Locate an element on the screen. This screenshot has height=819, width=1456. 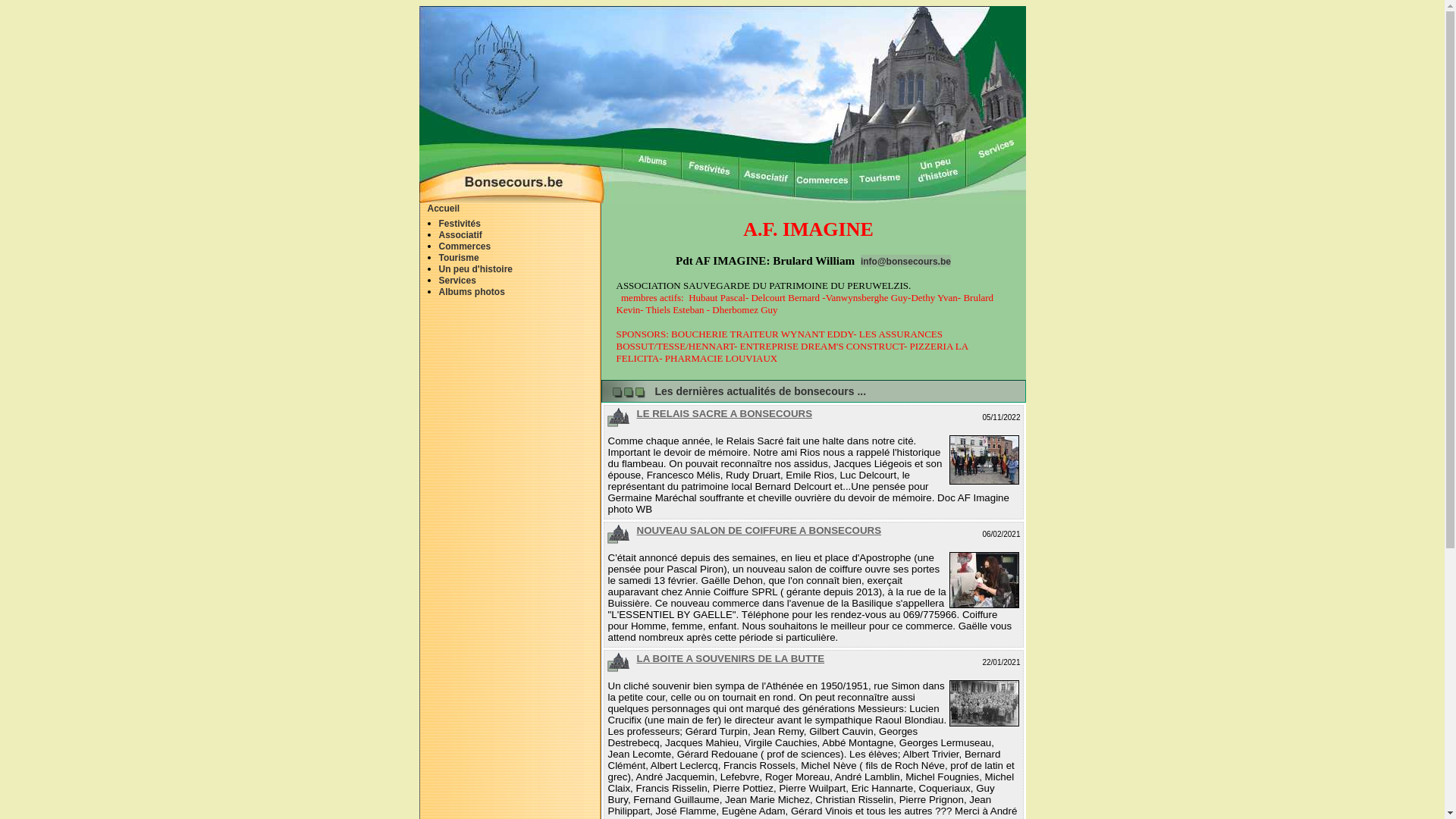
'Un peu d'histoire' is located at coordinates (475, 268).